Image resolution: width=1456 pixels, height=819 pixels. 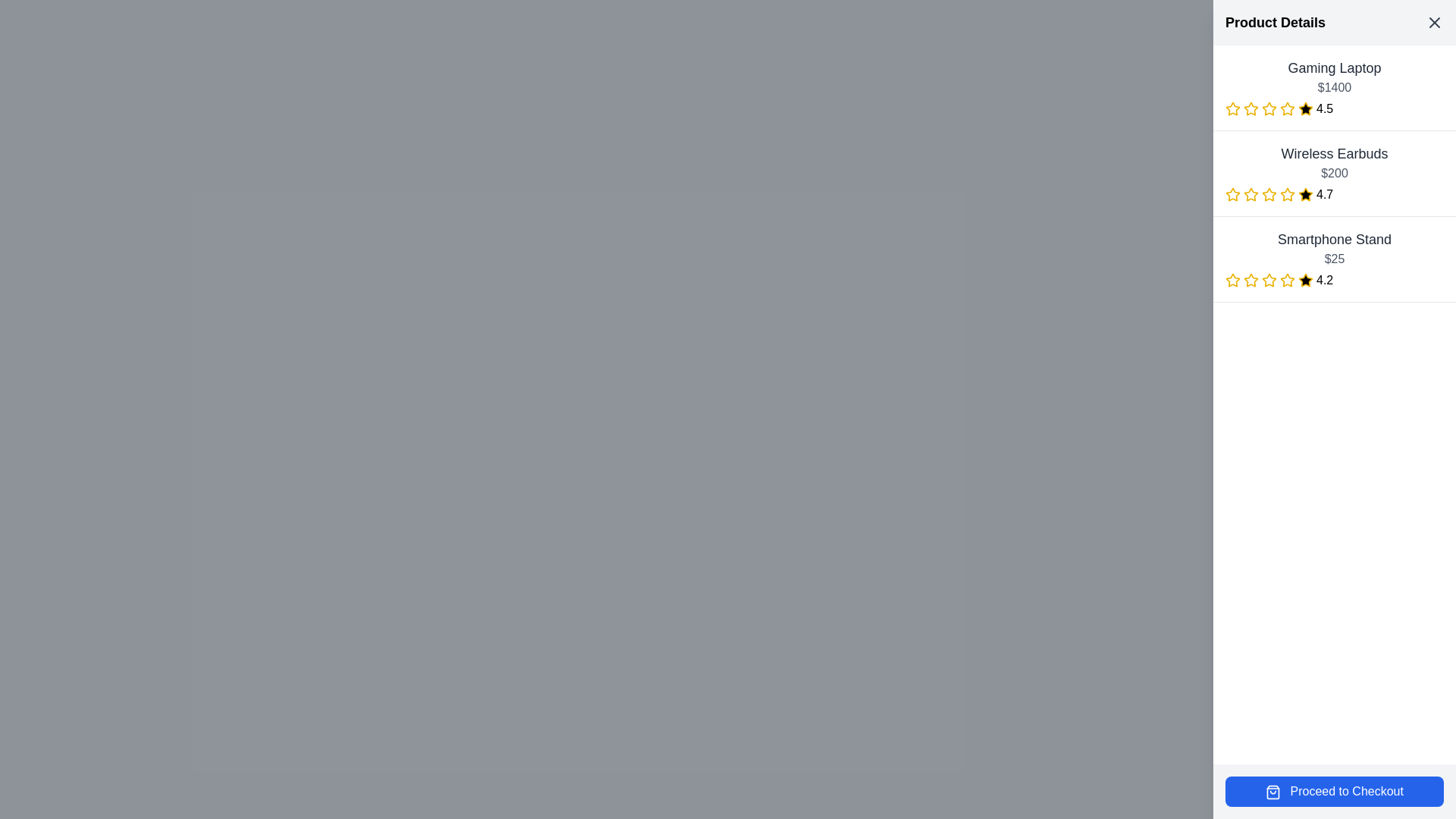 I want to click on the first rating star icon under the 'Smartphone Stand' product entry, so click(x=1232, y=280).